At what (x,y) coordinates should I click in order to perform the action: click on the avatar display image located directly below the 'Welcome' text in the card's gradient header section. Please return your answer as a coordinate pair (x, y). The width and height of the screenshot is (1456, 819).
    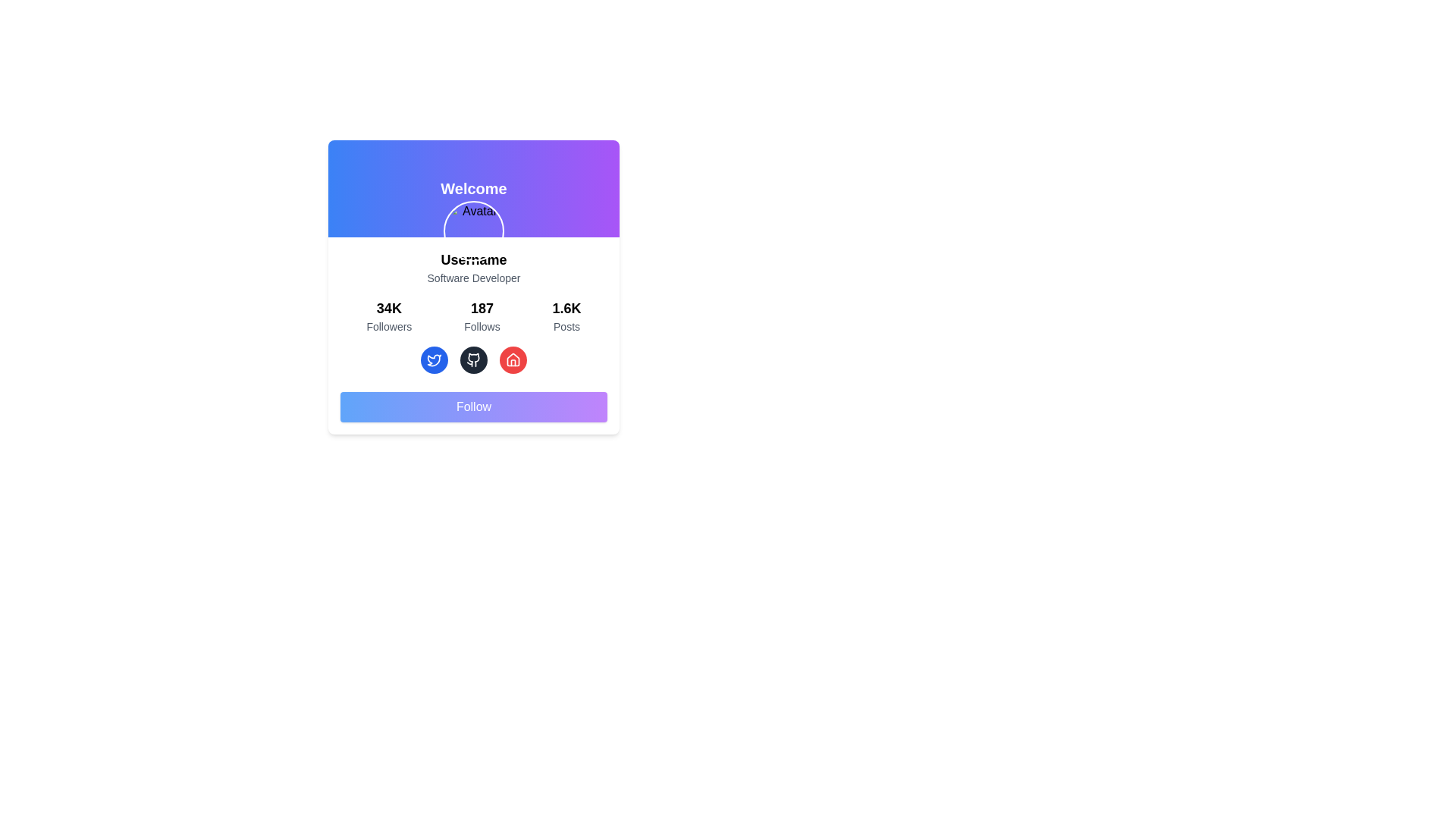
    Looking at the image, I should click on (472, 231).